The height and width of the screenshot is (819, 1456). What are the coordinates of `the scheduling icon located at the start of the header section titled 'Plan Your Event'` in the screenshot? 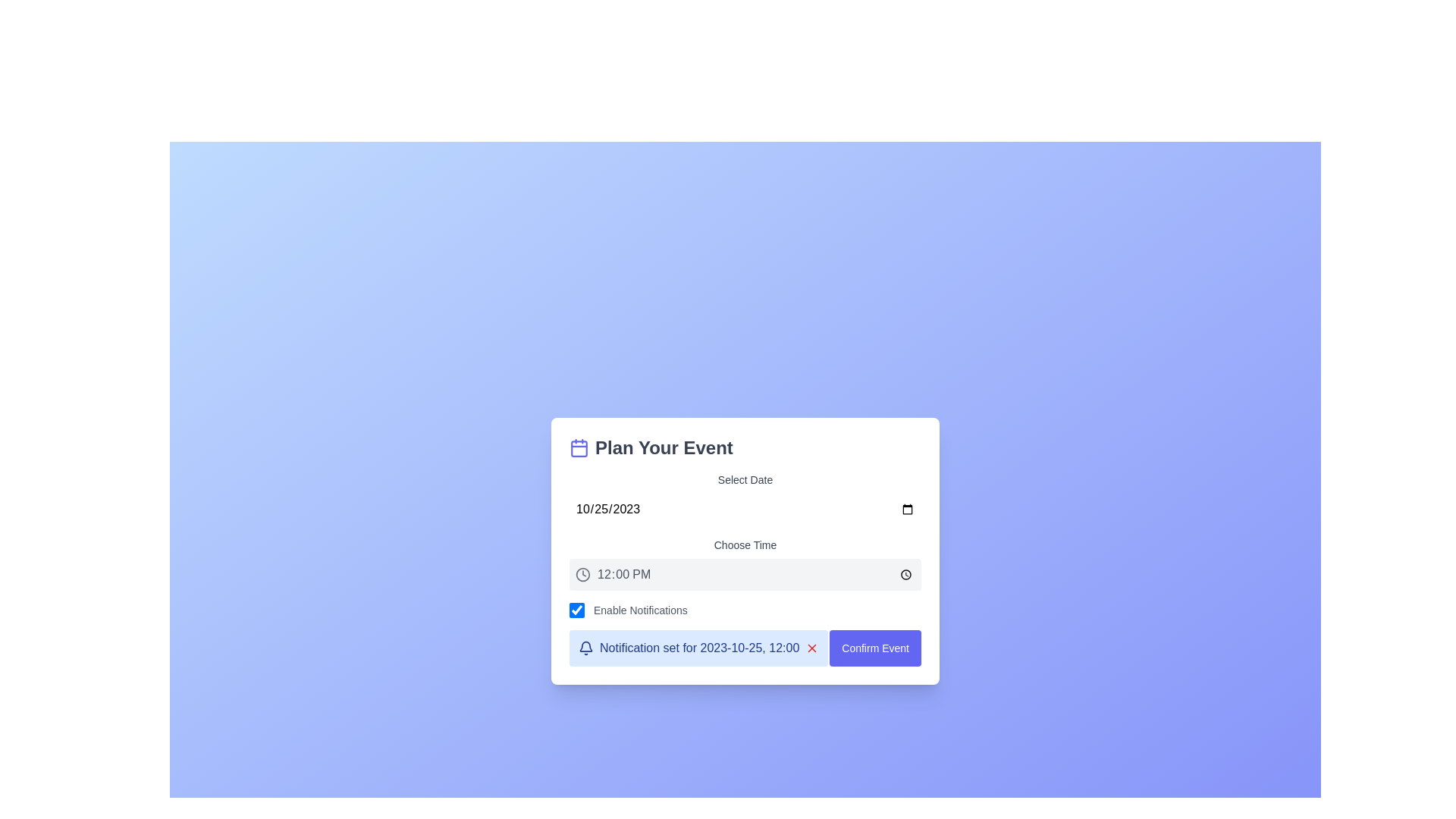 It's located at (578, 447).